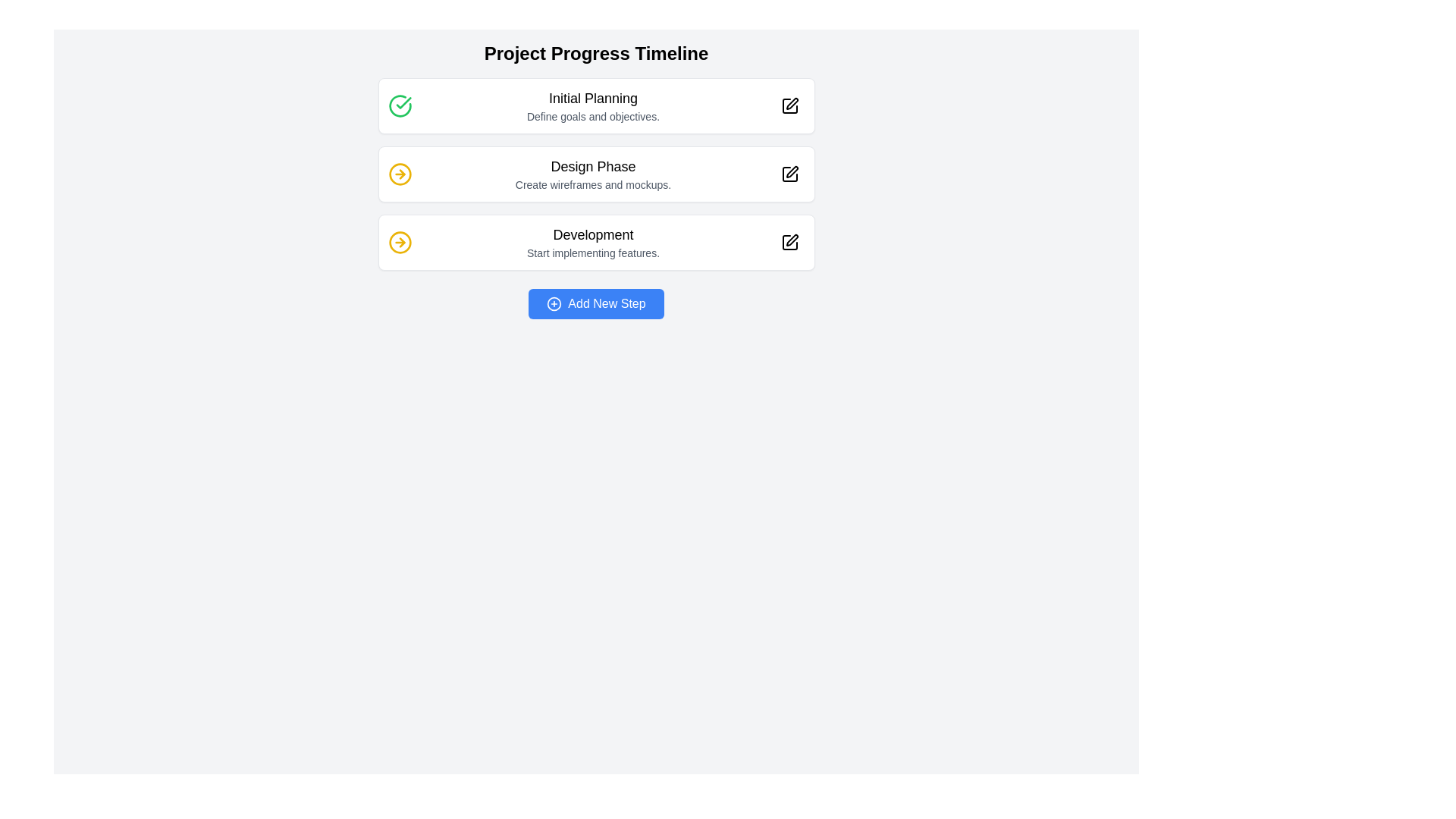 The width and height of the screenshot is (1456, 819). I want to click on the circular graphical component representing the 'Development' step in the project timeline, located to the left of the 'Development' text, so click(400, 174).